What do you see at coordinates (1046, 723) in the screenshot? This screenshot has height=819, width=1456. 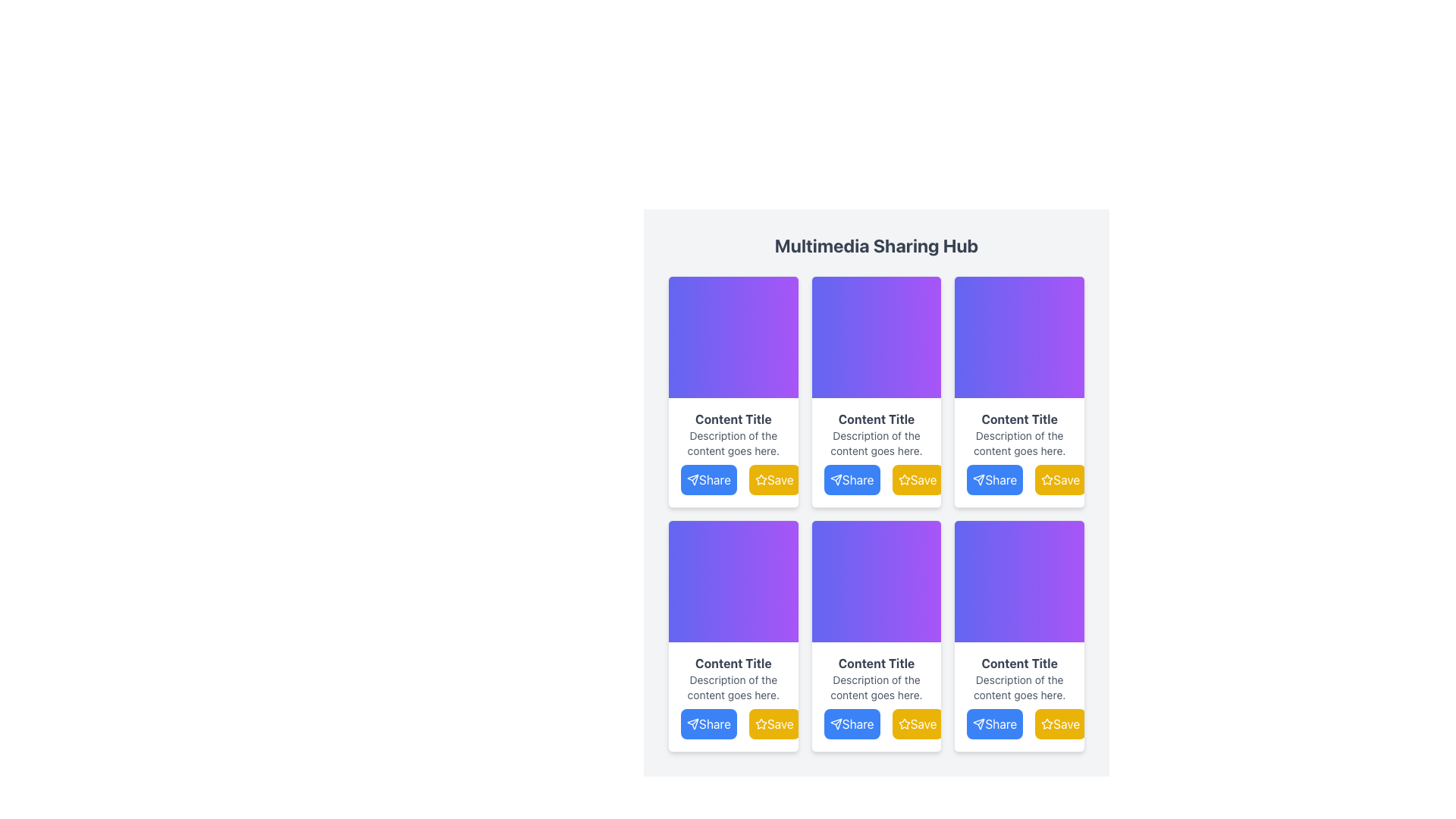 I see `the star icon located within the 'Save' button in the bottom-right card of the grid` at bounding box center [1046, 723].